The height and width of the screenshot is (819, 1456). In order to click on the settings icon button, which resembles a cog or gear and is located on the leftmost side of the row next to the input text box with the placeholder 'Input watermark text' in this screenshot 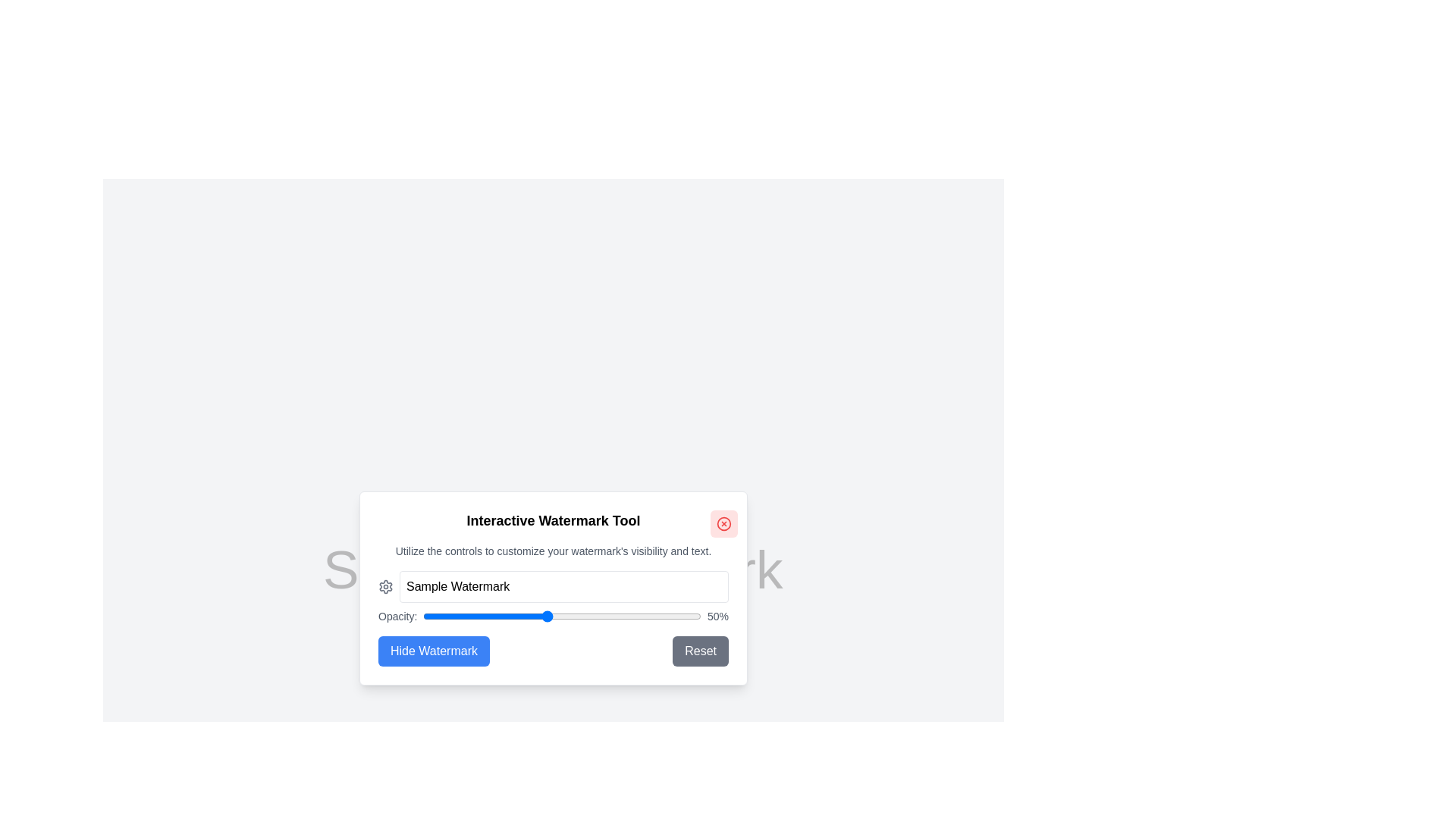, I will do `click(385, 586)`.